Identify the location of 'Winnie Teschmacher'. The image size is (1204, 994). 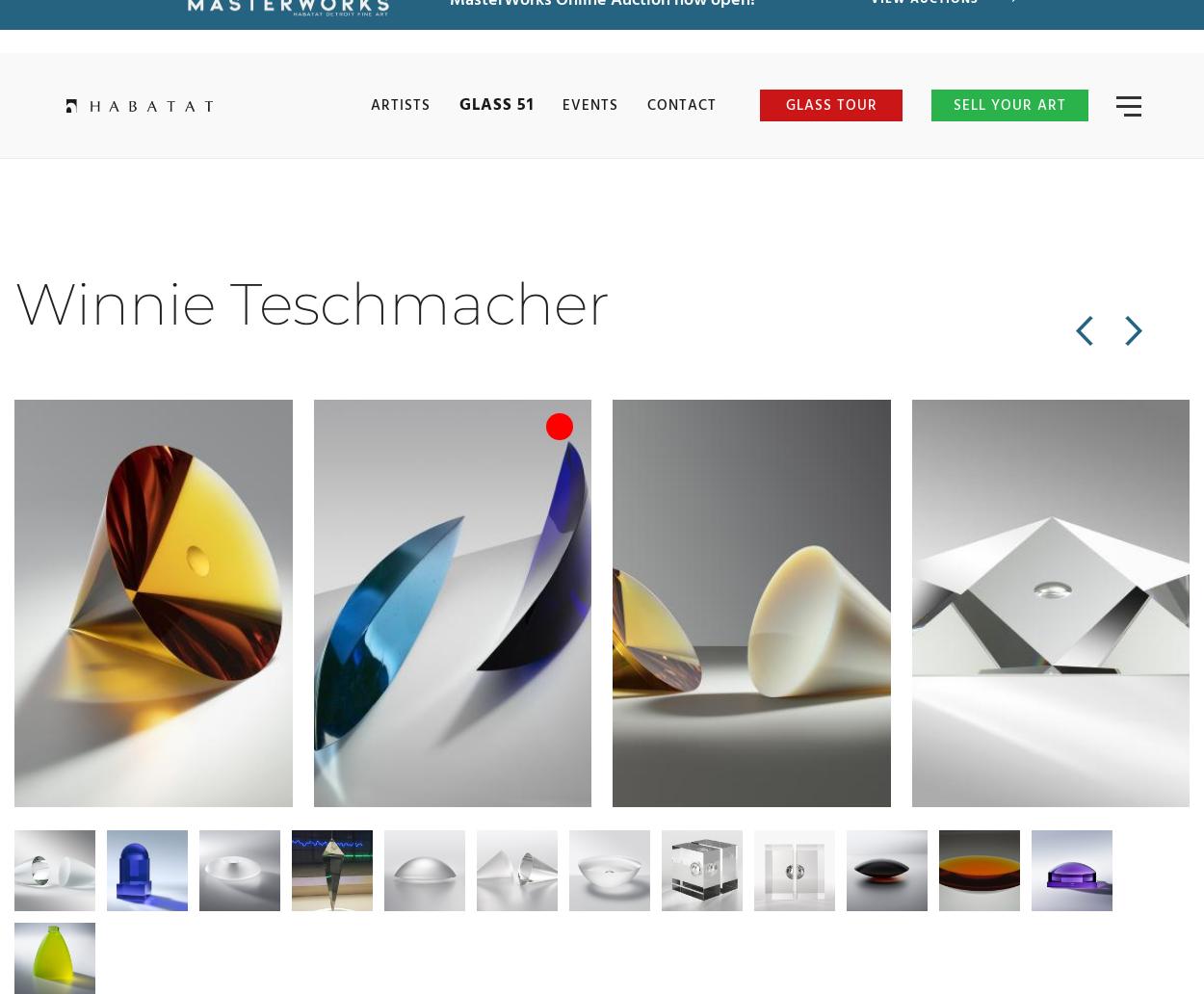
(311, 303).